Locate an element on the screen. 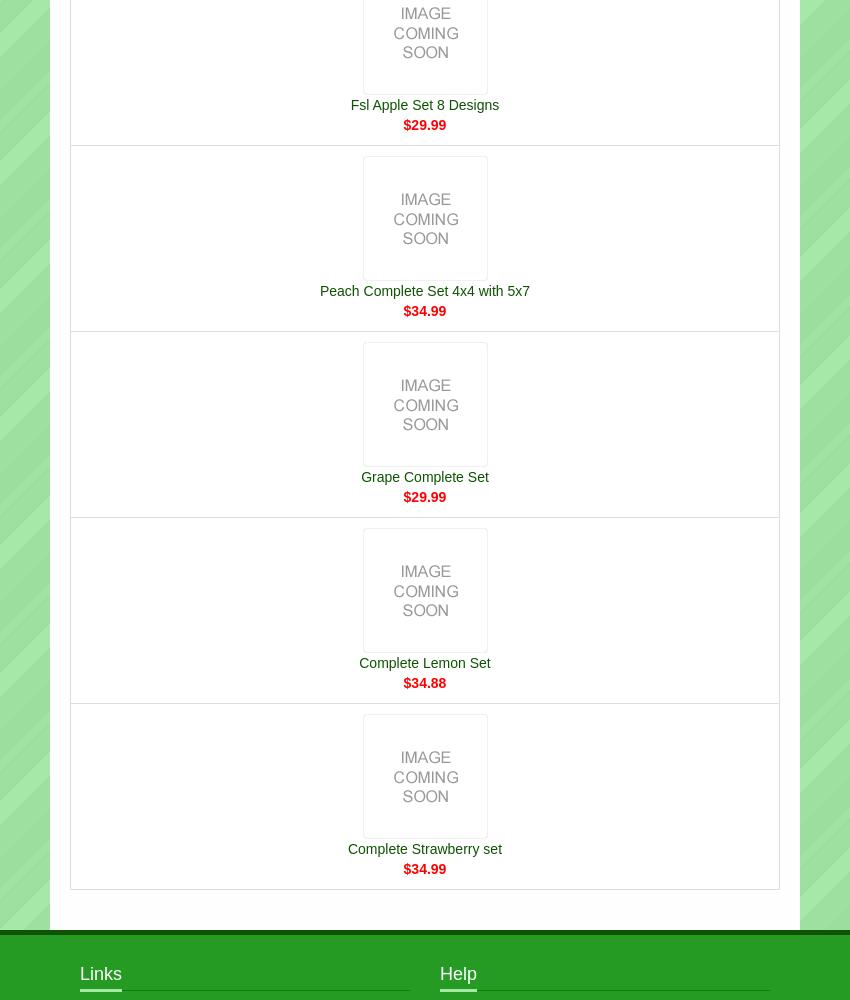 This screenshot has width=850, height=1000. 'Fsl Apple Set 8 Designs' is located at coordinates (424, 103).